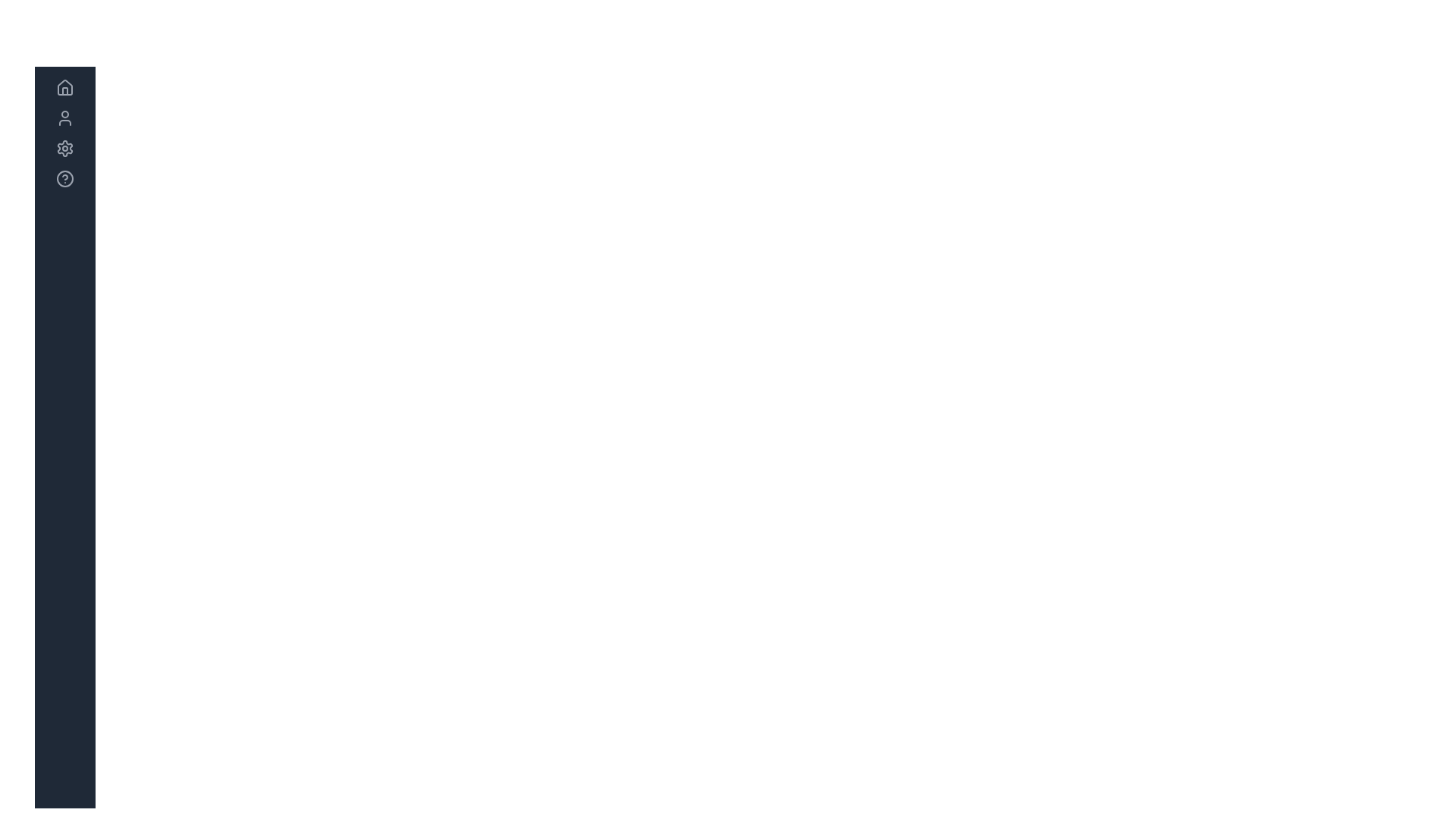  I want to click on the Interactive user profile icon in the vertical menu bar, positioned below the 'Go to homepage' icon and above the 'Manage your preferences' icon, so click(64, 117).